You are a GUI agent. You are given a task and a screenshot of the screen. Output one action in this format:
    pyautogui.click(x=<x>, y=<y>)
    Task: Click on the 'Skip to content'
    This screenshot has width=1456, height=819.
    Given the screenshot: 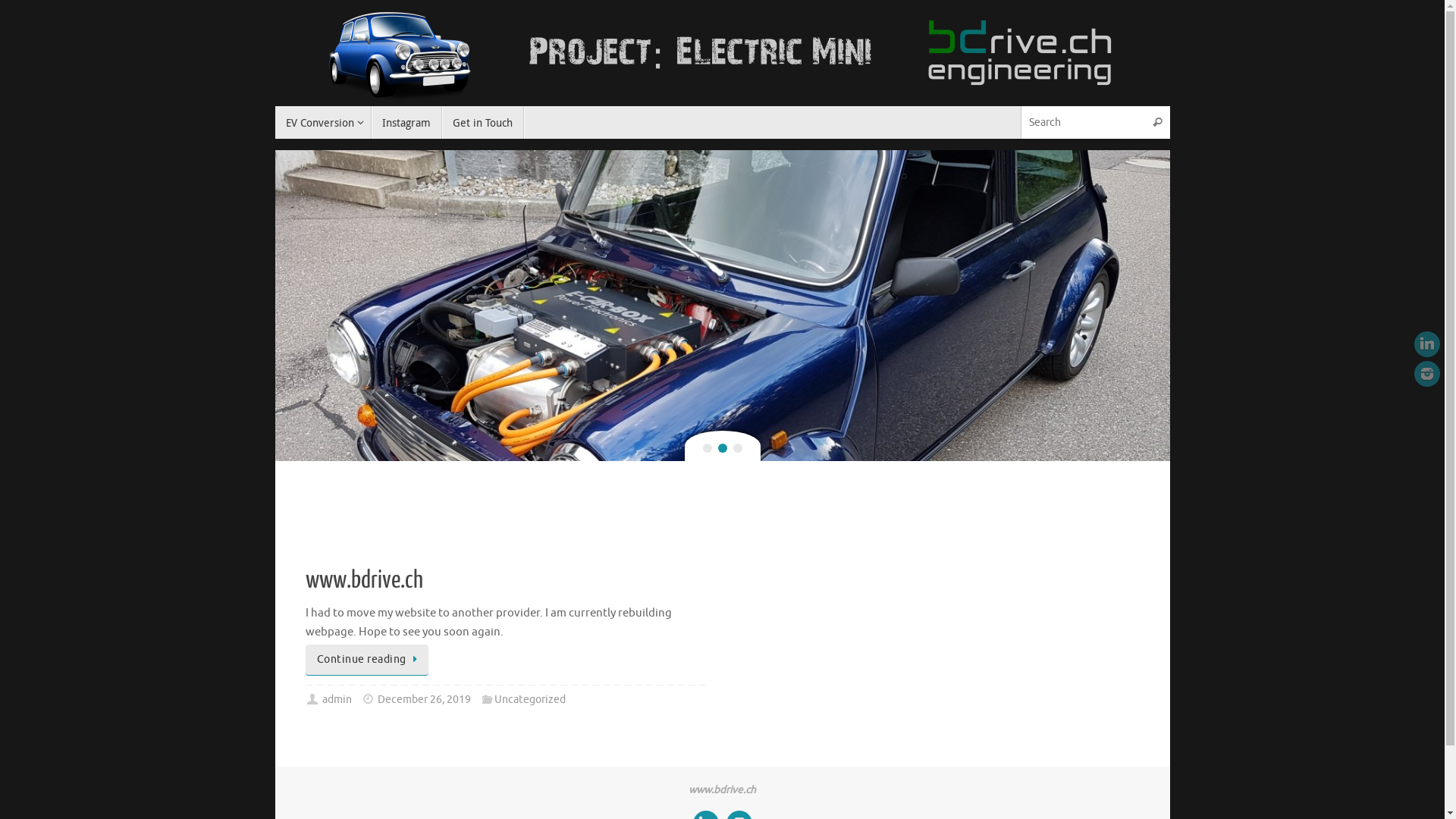 What is the action you would take?
    pyautogui.click(x=275, y=128)
    